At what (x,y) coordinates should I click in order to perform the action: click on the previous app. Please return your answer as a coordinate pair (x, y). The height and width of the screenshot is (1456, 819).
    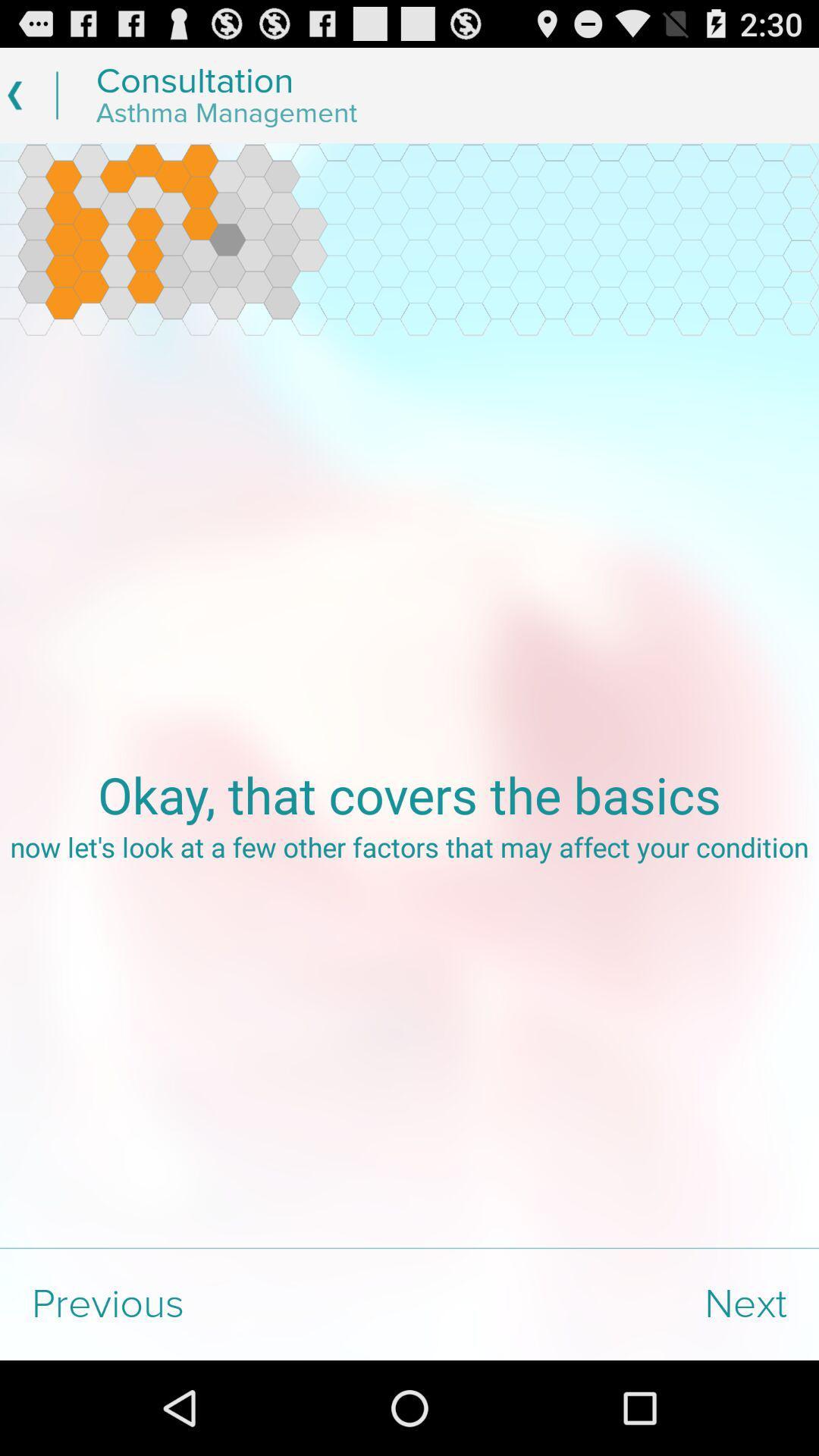
    Looking at the image, I should click on (205, 1304).